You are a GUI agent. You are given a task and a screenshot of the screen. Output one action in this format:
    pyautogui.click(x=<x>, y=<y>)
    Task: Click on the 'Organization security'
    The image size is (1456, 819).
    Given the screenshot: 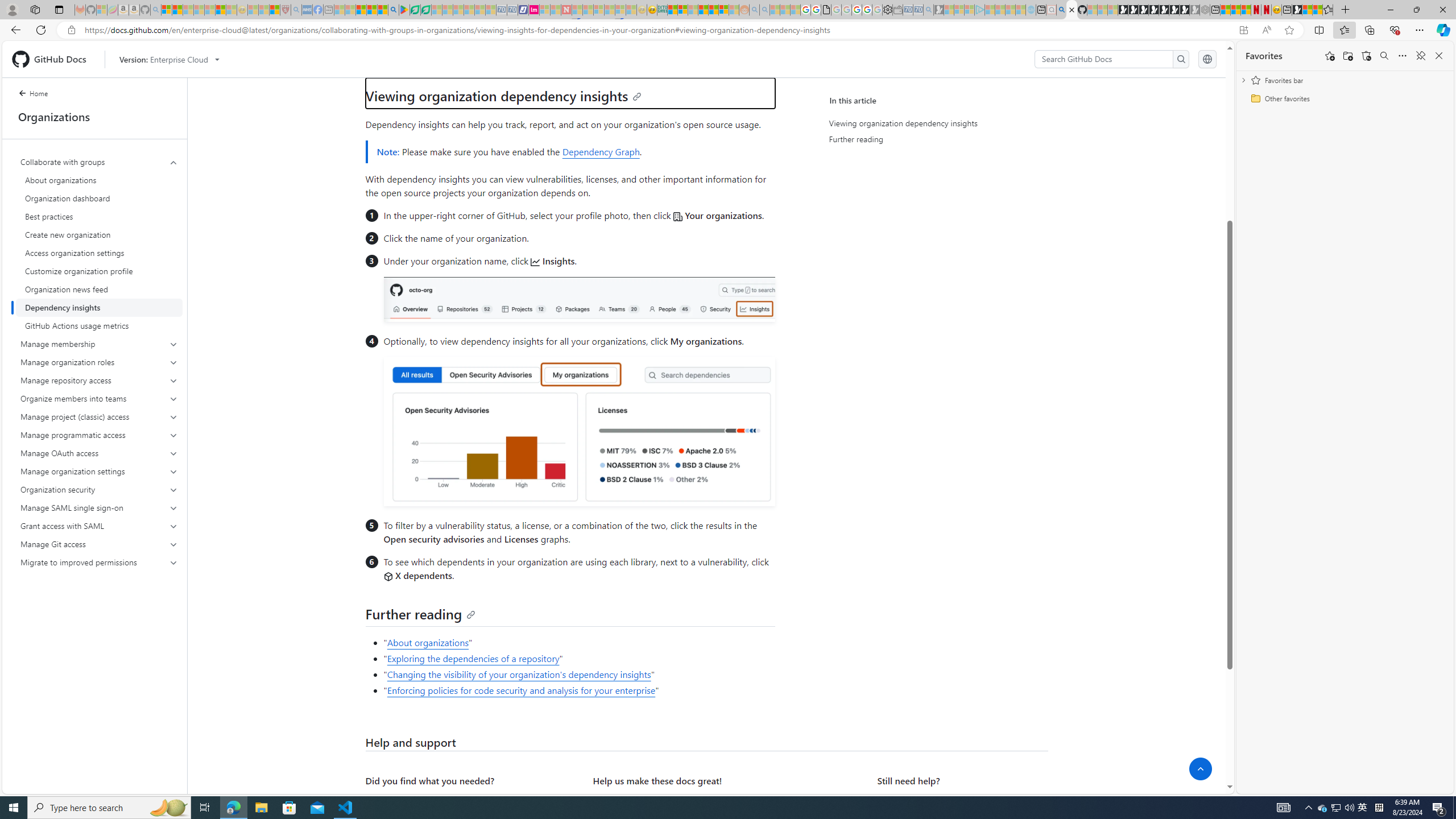 What is the action you would take?
    pyautogui.click(x=100, y=490)
    